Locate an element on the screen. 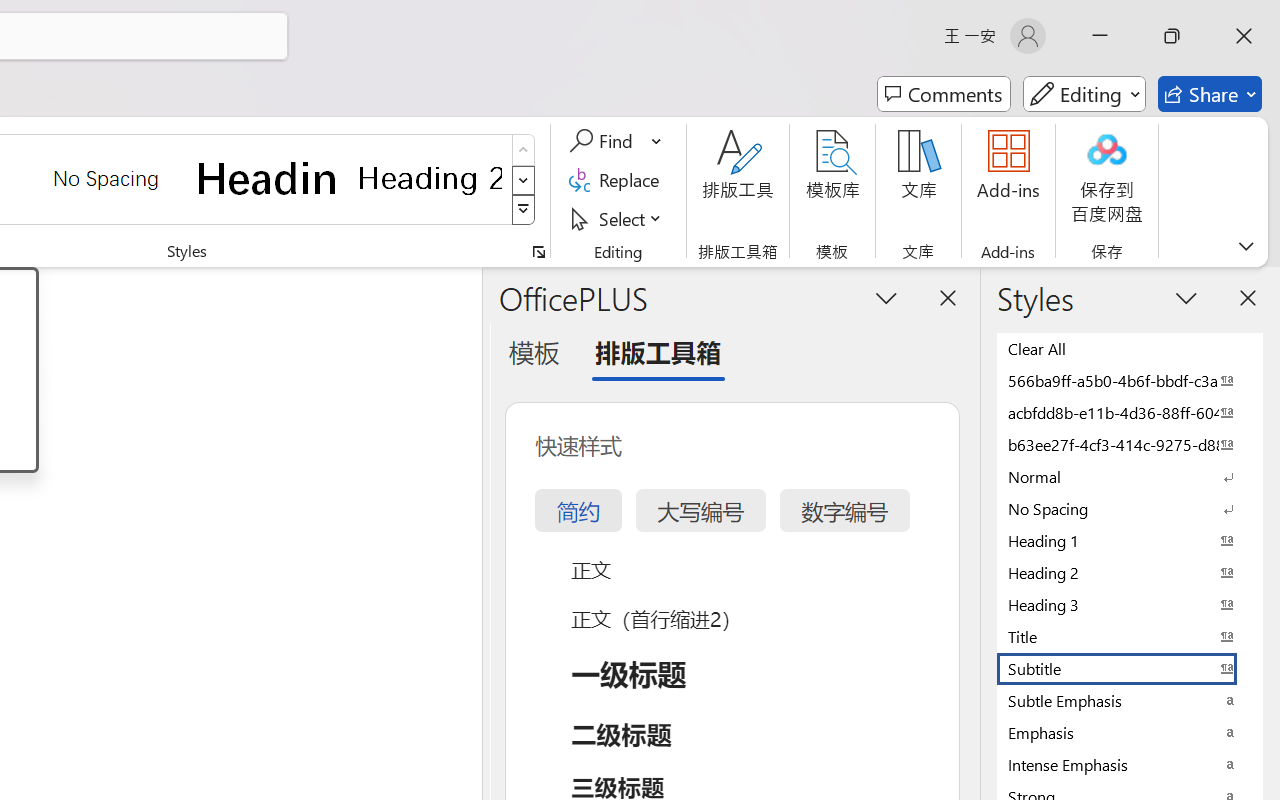  'Title' is located at coordinates (1130, 635).